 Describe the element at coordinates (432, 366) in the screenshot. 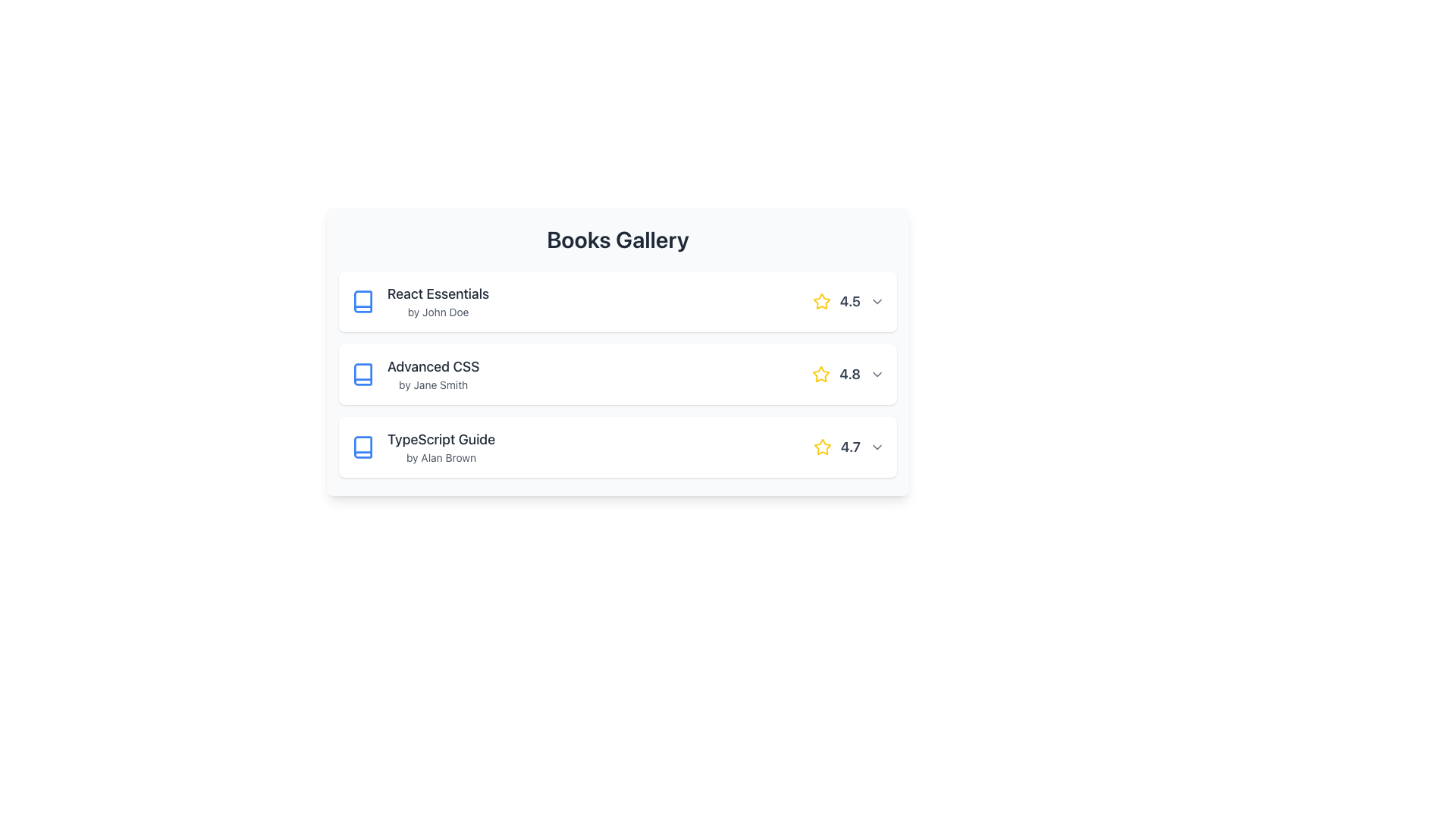

I see `text label displaying 'Advanced CSS' which is the title of the second entry in the list of books, styled in bold dark gray font` at that location.